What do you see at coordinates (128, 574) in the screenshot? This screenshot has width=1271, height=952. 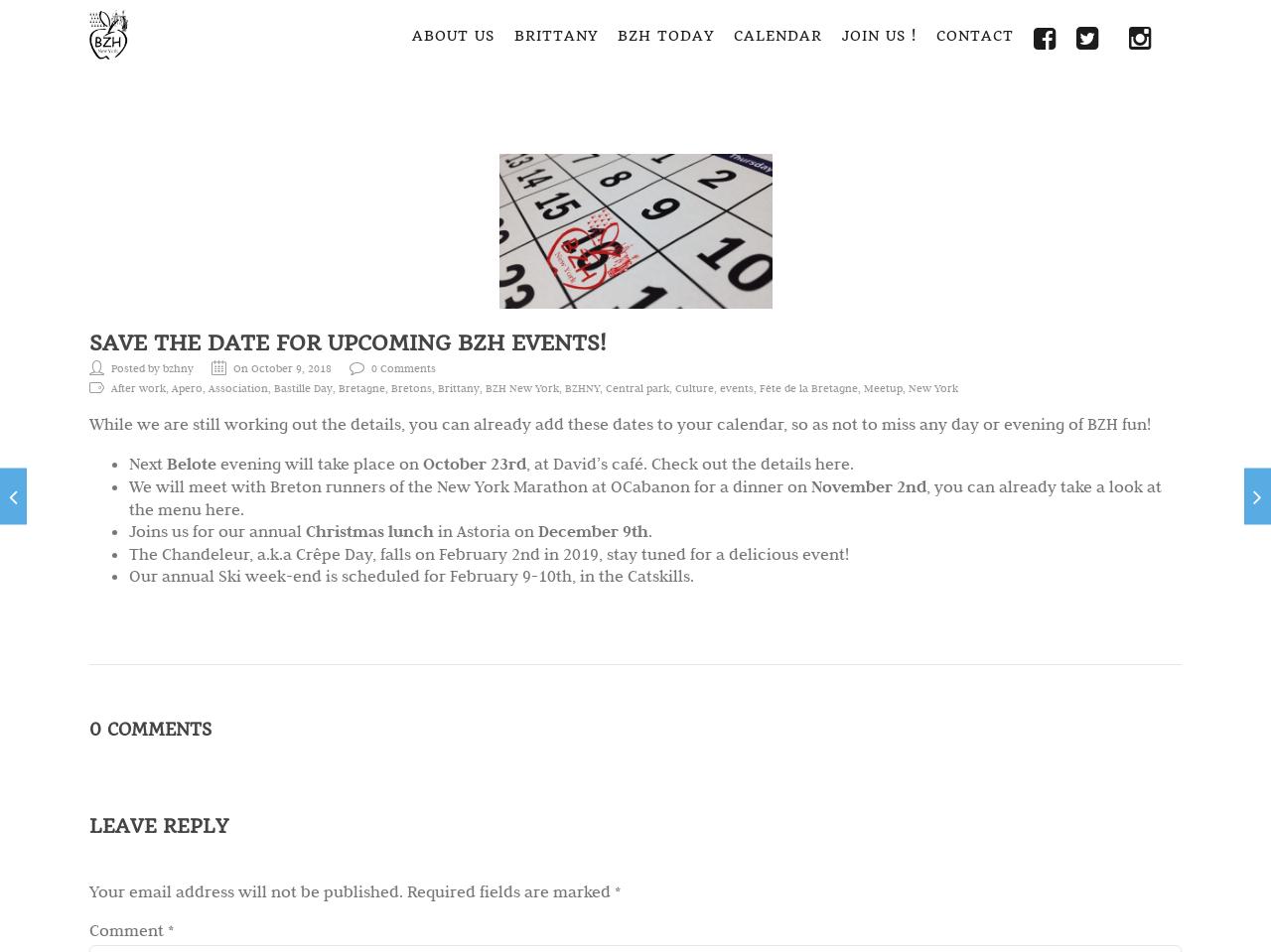 I see `'Our annual Ski week-end is scheduled for February 9-10th, in the Catskills.'` at bounding box center [128, 574].